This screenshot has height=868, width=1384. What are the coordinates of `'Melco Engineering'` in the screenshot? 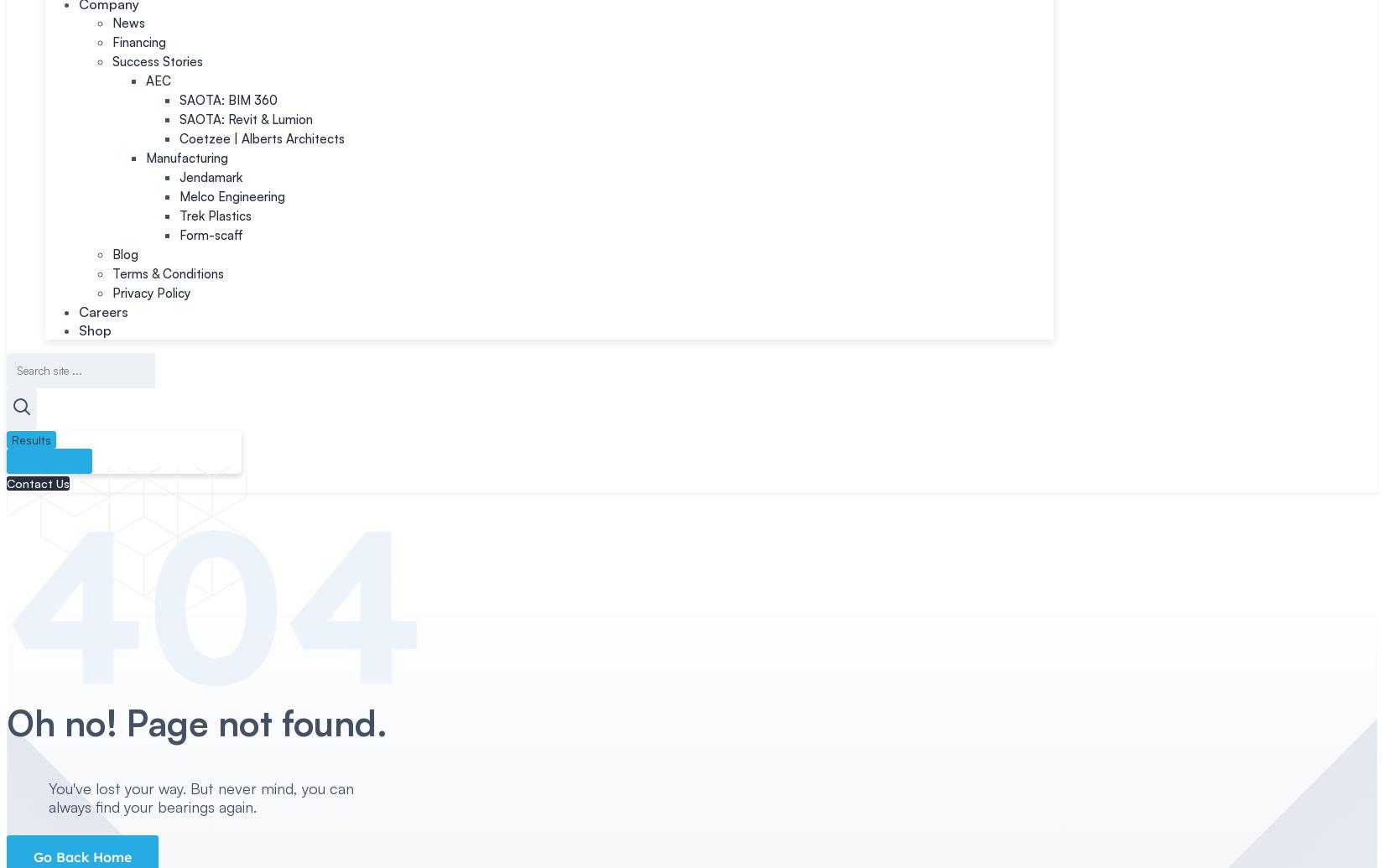 It's located at (232, 196).